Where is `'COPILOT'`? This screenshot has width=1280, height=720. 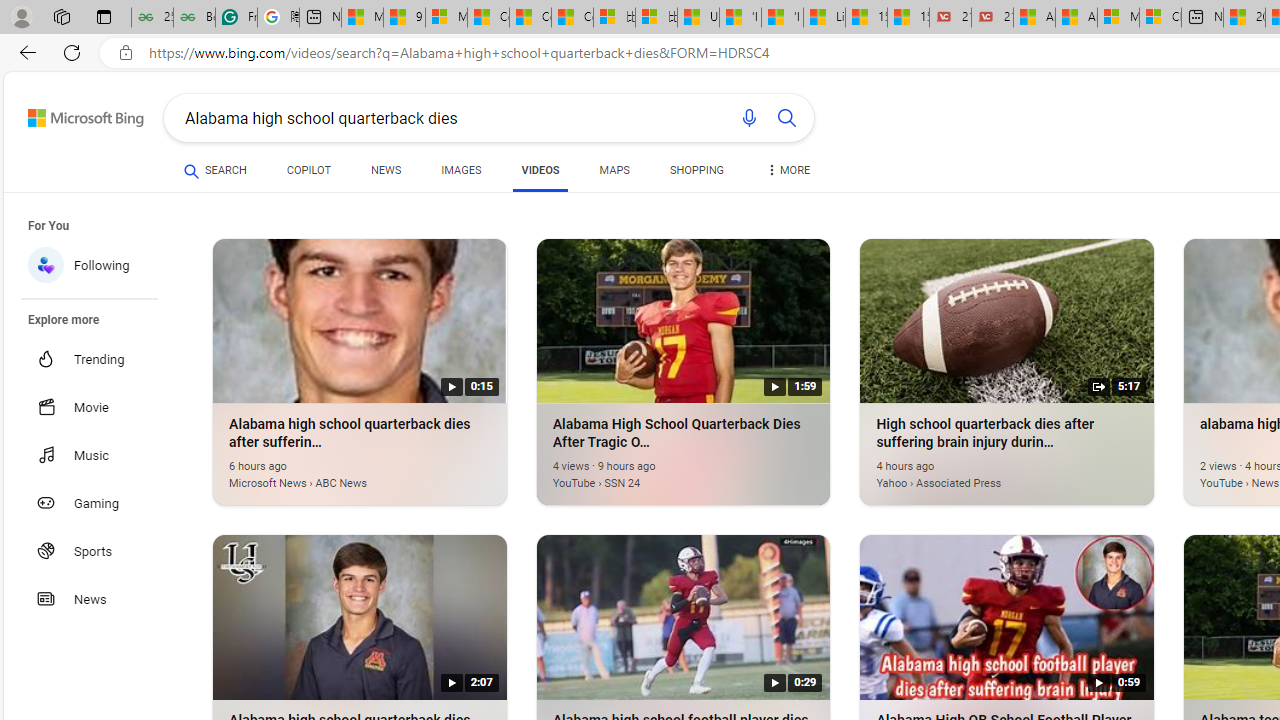
'COPILOT' is located at coordinates (307, 170).